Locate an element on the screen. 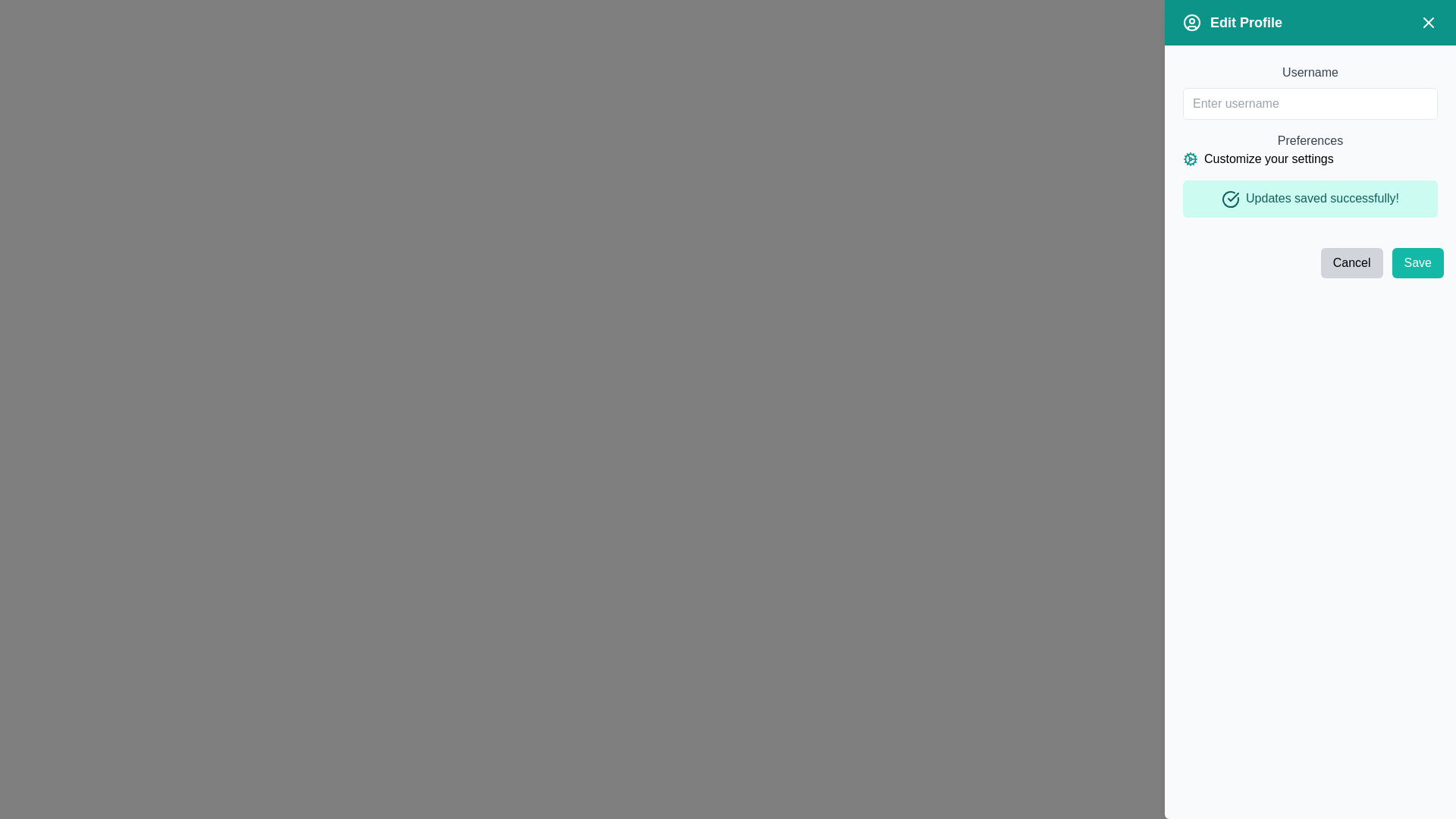 This screenshot has width=1456, height=819. the profile icon located in the top left part of the teal-colored header bar, positioned immediately to the left of the 'Edit Profile' text is located at coordinates (1191, 23).